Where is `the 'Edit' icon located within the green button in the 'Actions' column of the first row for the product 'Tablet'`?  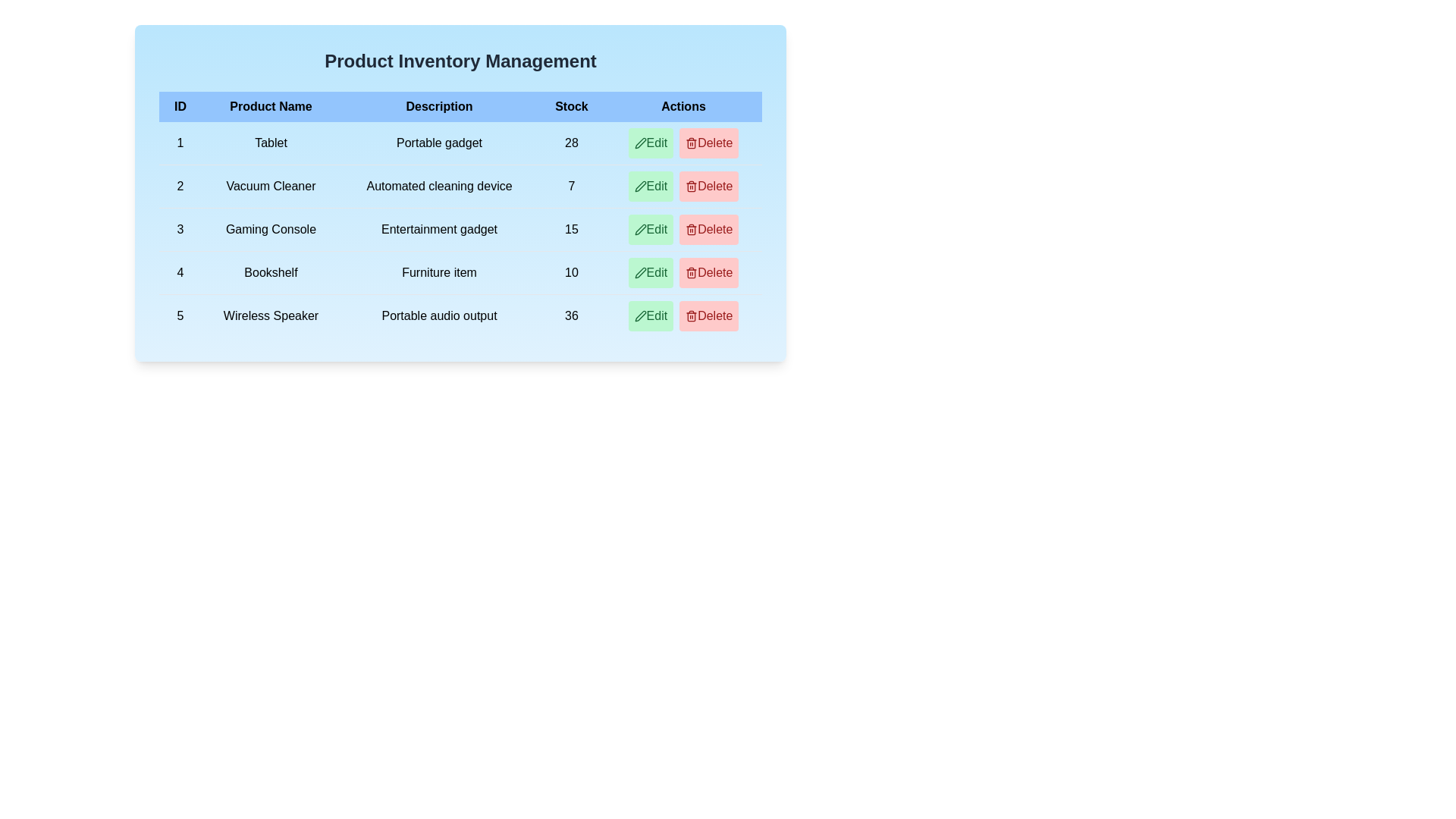 the 'Edit' icon located within the green button in the 'Actions' column of the first row for the product 'Tablet' is located at coordinates (640, 143).